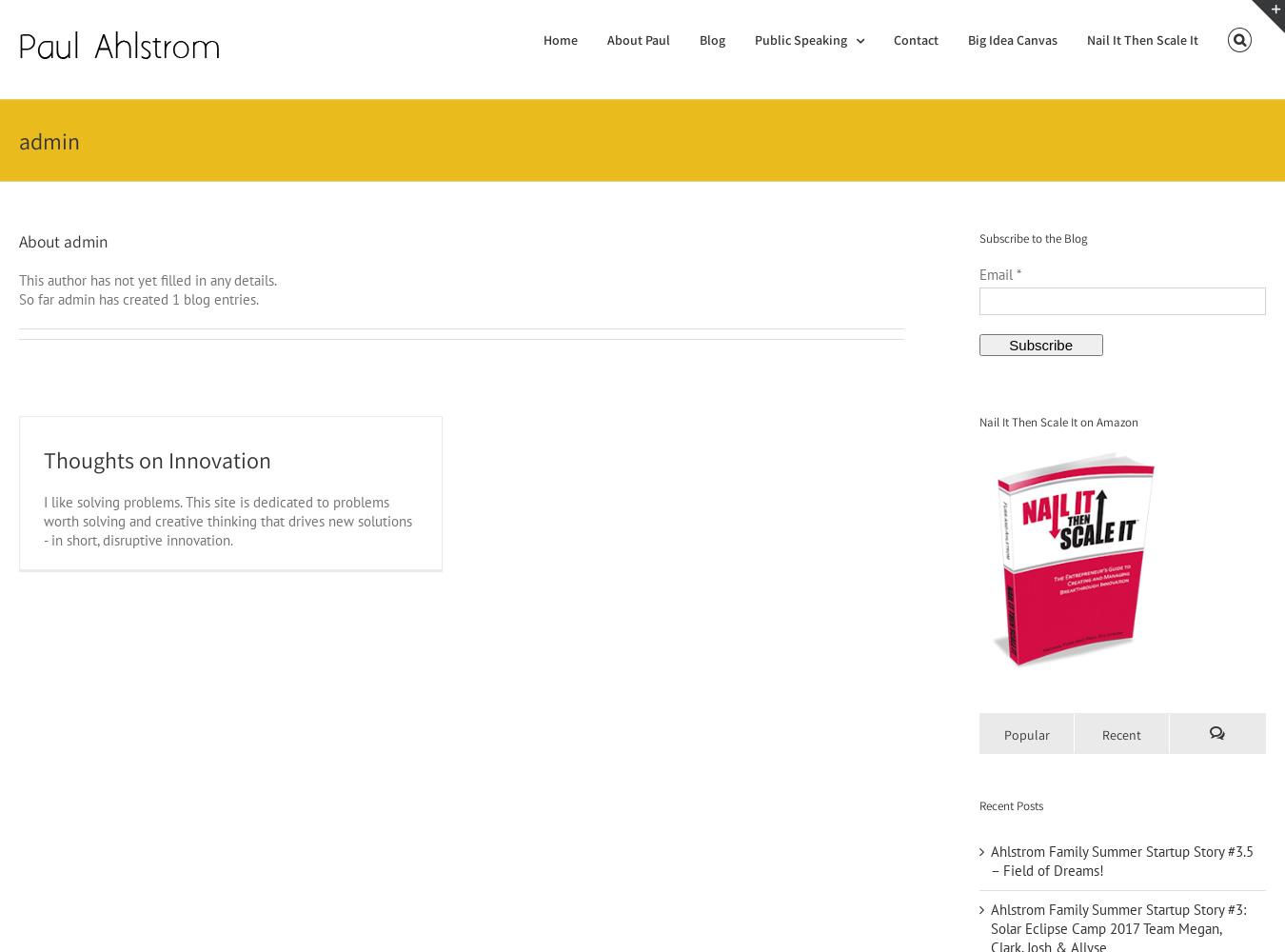 The height and width of the screenshot is (952, 1285). What do you see at coordinates (17, 279) in the screenshot?
I see `'This author has not yet filled in any details.'` at bounding box center [17, 279].